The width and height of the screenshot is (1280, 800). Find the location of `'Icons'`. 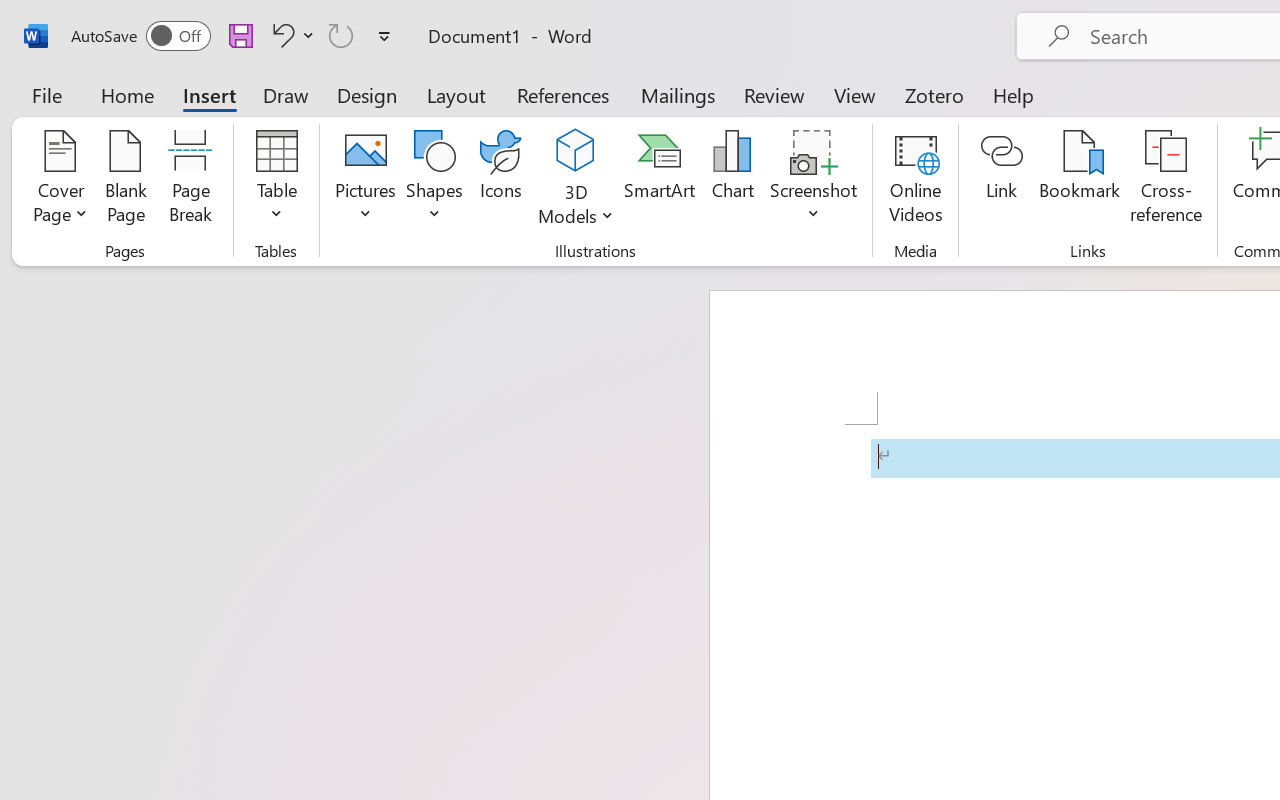

'Icons' is located at coordinates (501, 179).